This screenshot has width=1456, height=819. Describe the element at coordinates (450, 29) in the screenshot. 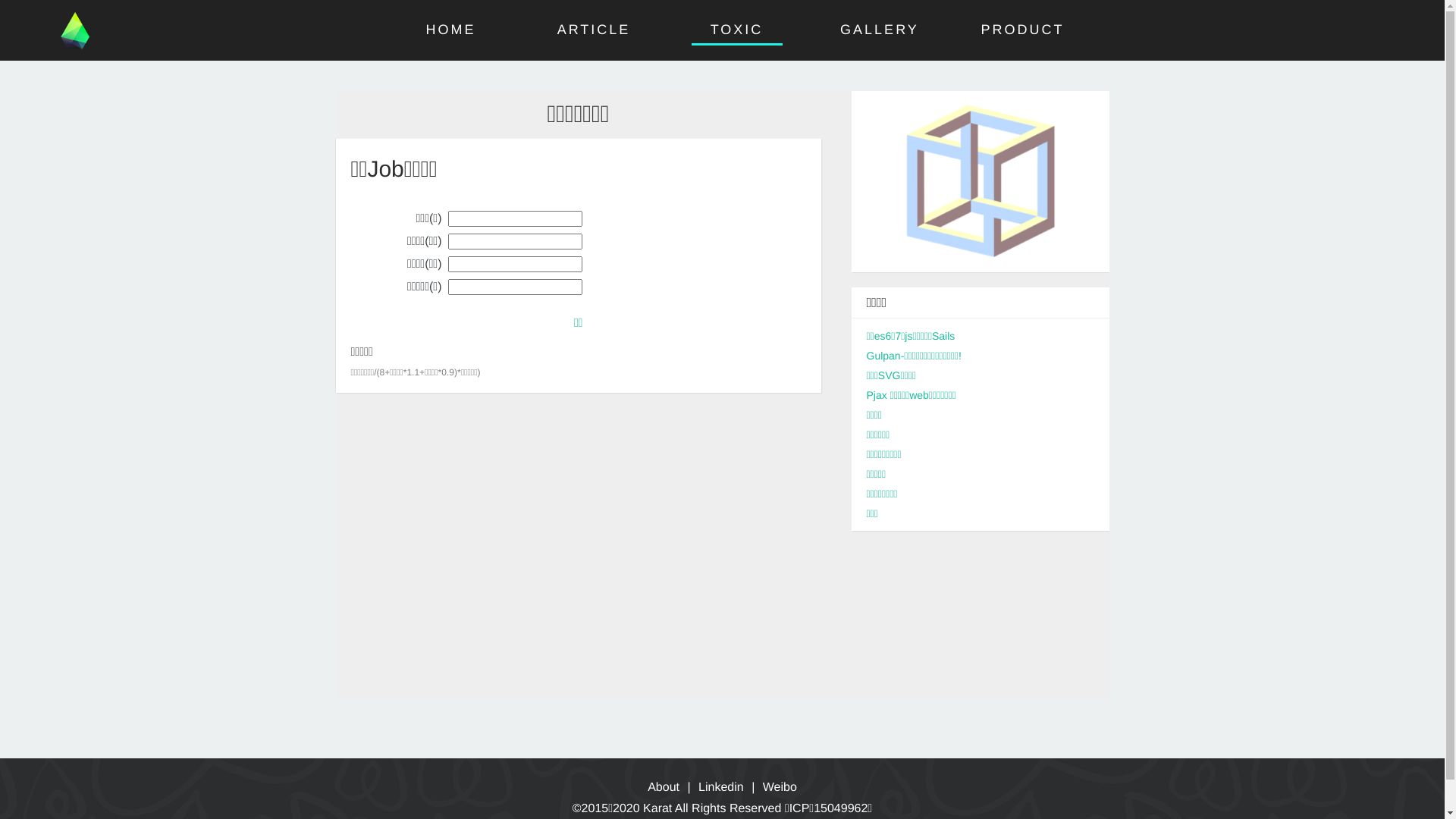

I see `'HOME'` at that location.